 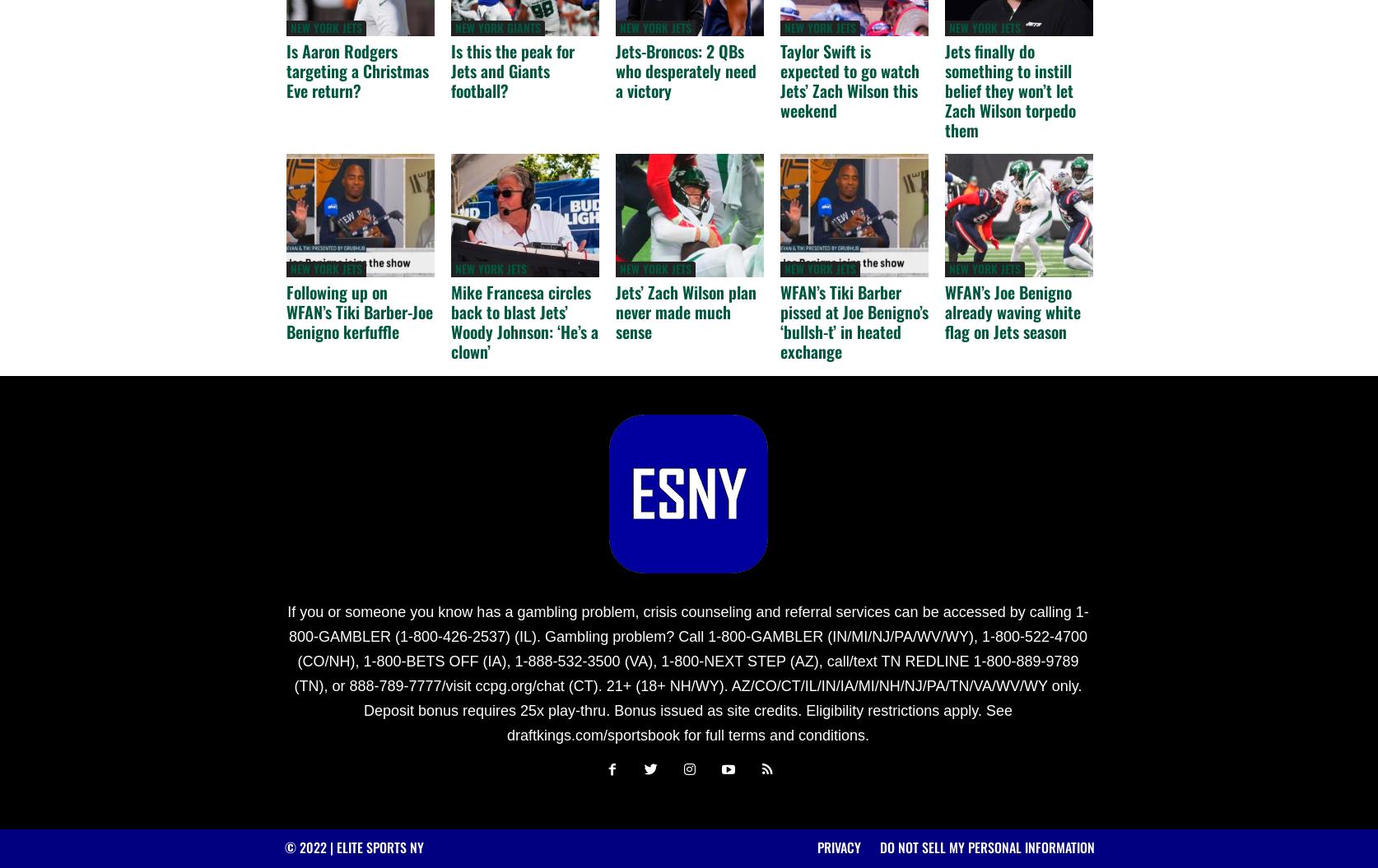 What do you see at coordinates (352, 846) in the screenshot?
I see `'© 2022 | ELITE SPORTS NY'` at bounding box center [352, 846].